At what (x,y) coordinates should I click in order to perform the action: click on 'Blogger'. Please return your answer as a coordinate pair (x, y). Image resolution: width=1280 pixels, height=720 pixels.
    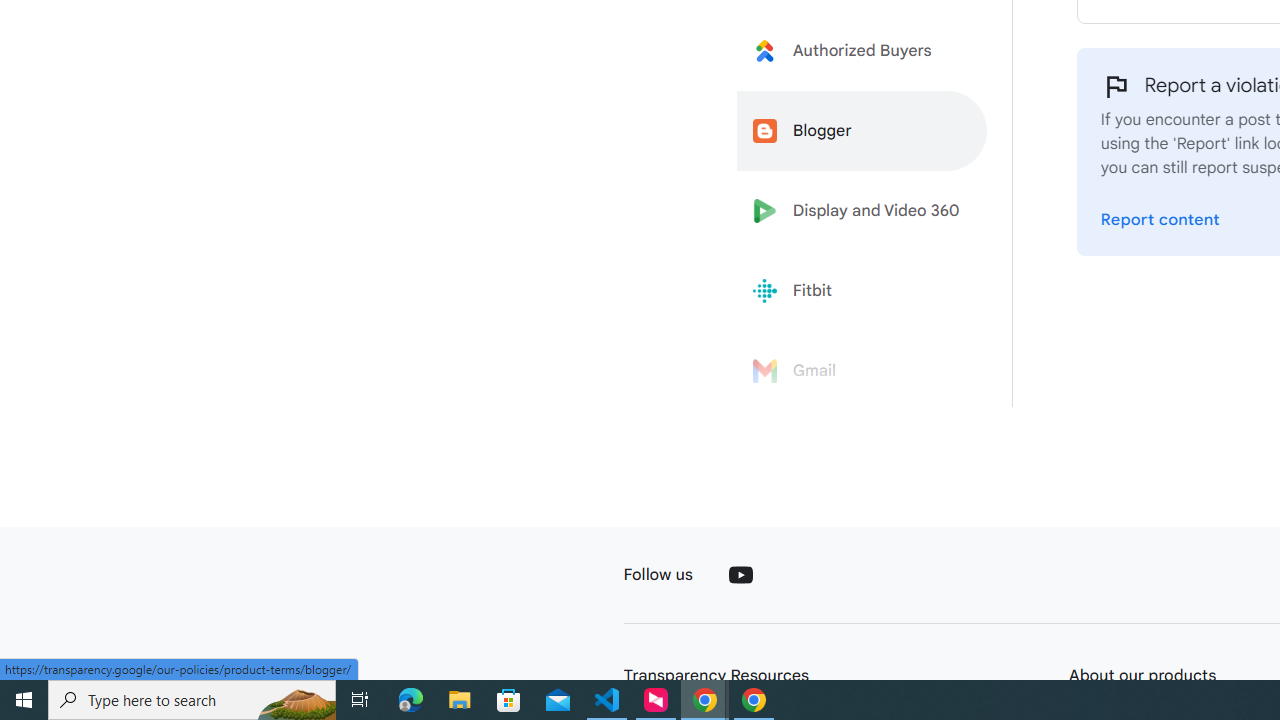
    Looking at the image, I should click on (862, 131).